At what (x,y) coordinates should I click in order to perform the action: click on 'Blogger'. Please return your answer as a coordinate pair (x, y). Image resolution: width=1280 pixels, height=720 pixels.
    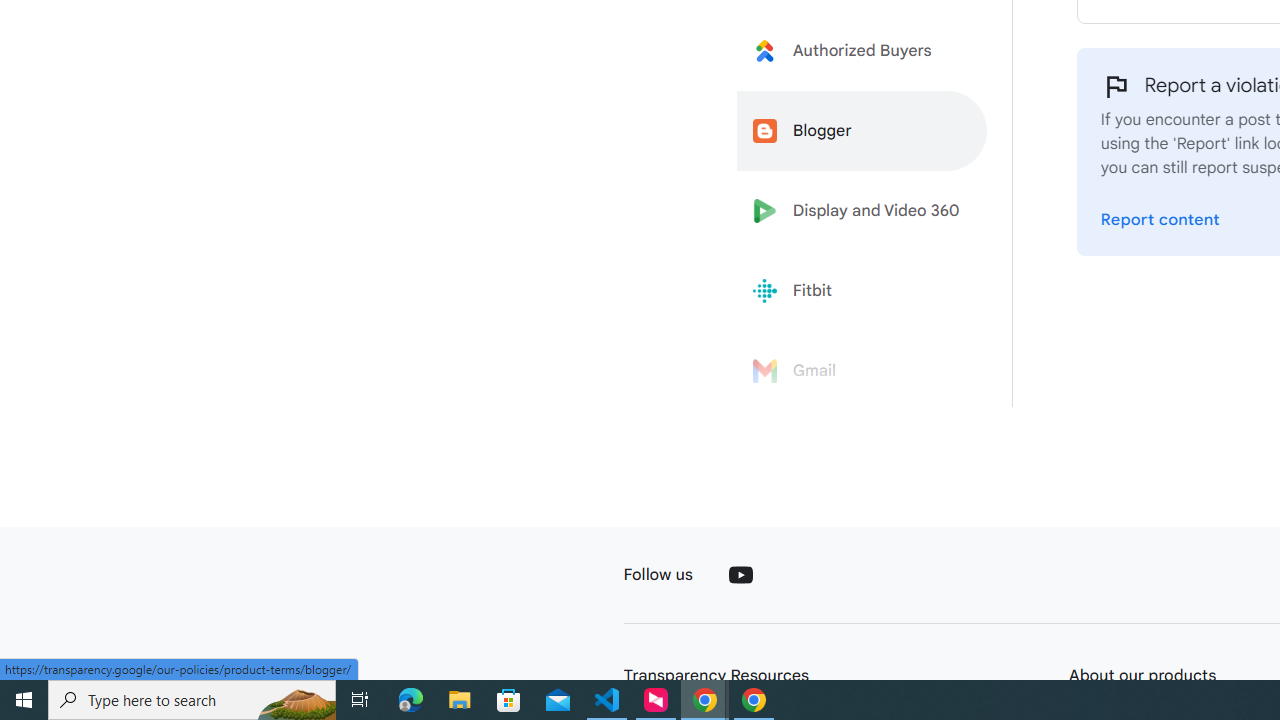
    Looking at the image, I should click on (862, 131).